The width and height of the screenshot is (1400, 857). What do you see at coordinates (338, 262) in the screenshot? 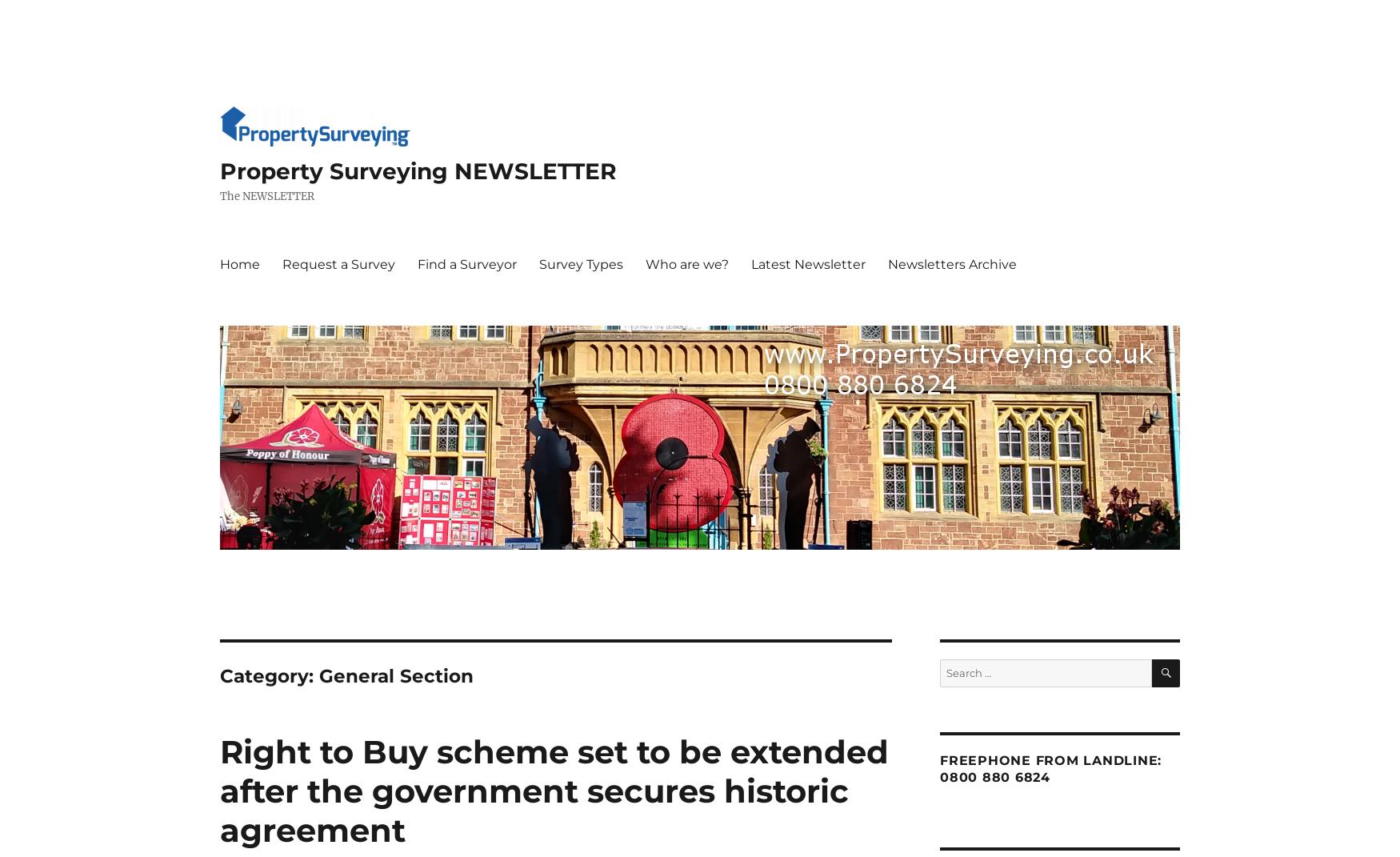
I see `'Request a Survey'` at bounding box center [338, 262].